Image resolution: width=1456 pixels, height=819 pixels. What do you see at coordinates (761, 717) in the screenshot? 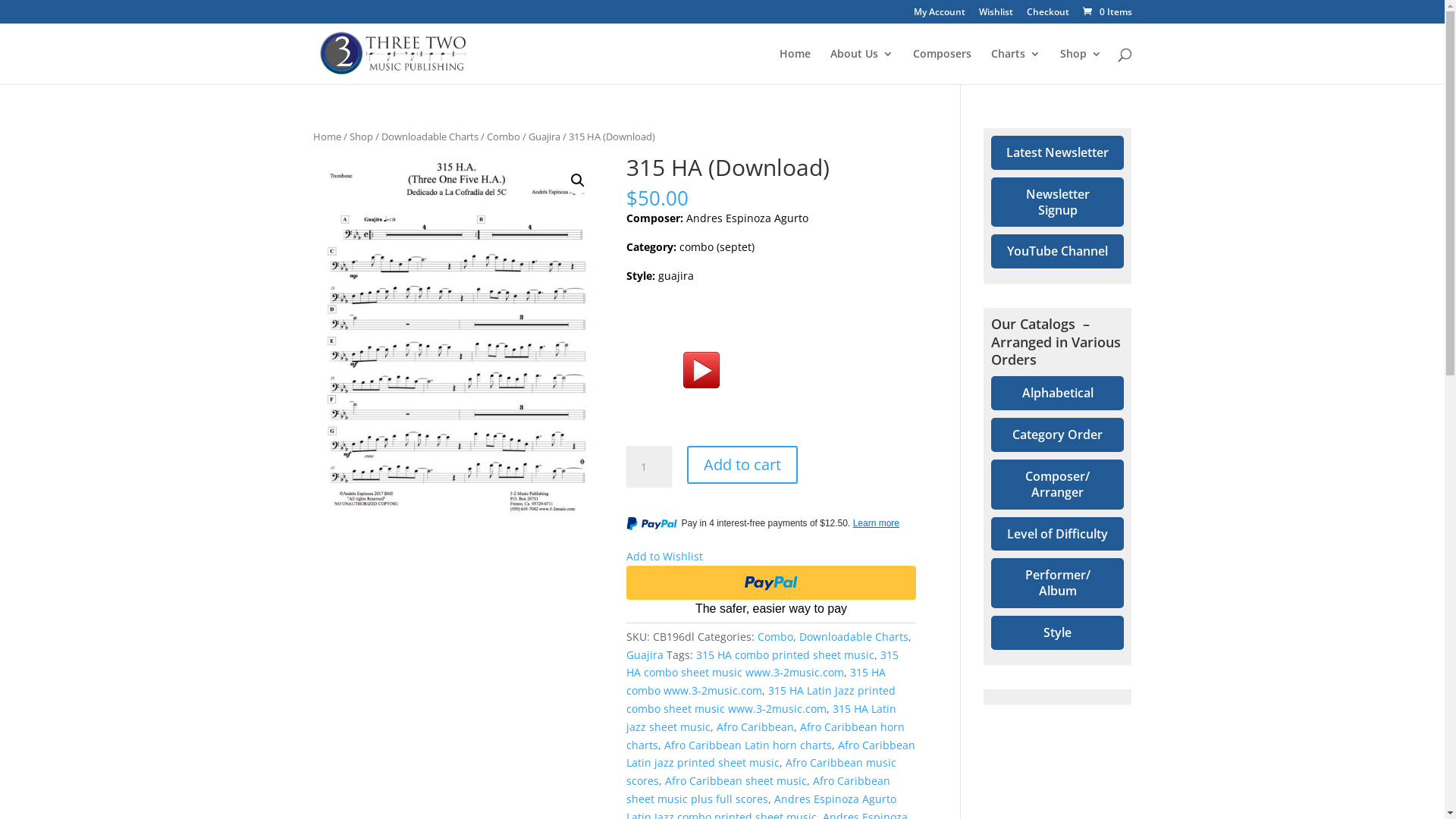
I see `'315 HA Latin jazz sheet music'` at bounding box center [761, 717].